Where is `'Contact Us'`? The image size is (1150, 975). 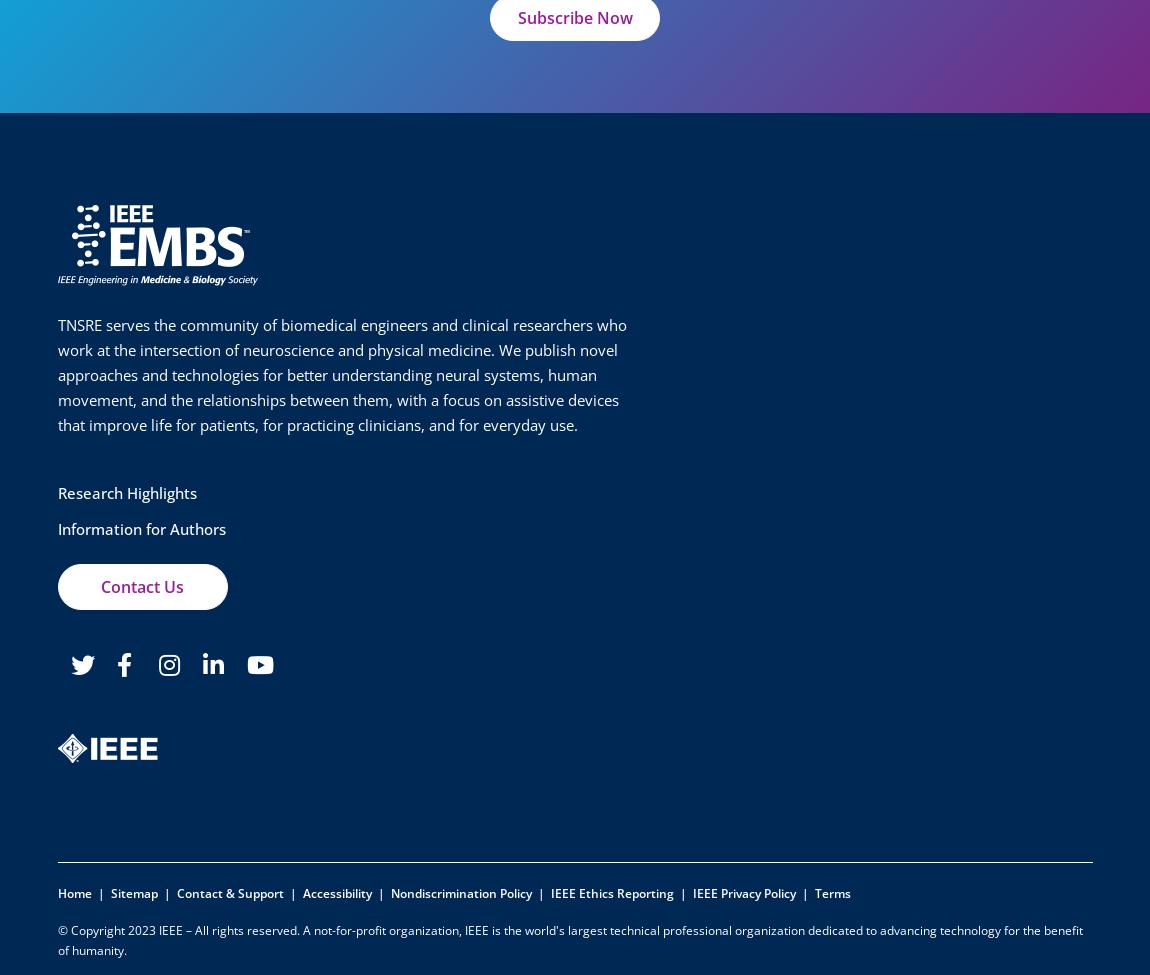 'Contact Us' is located at coordinates (99, 587).